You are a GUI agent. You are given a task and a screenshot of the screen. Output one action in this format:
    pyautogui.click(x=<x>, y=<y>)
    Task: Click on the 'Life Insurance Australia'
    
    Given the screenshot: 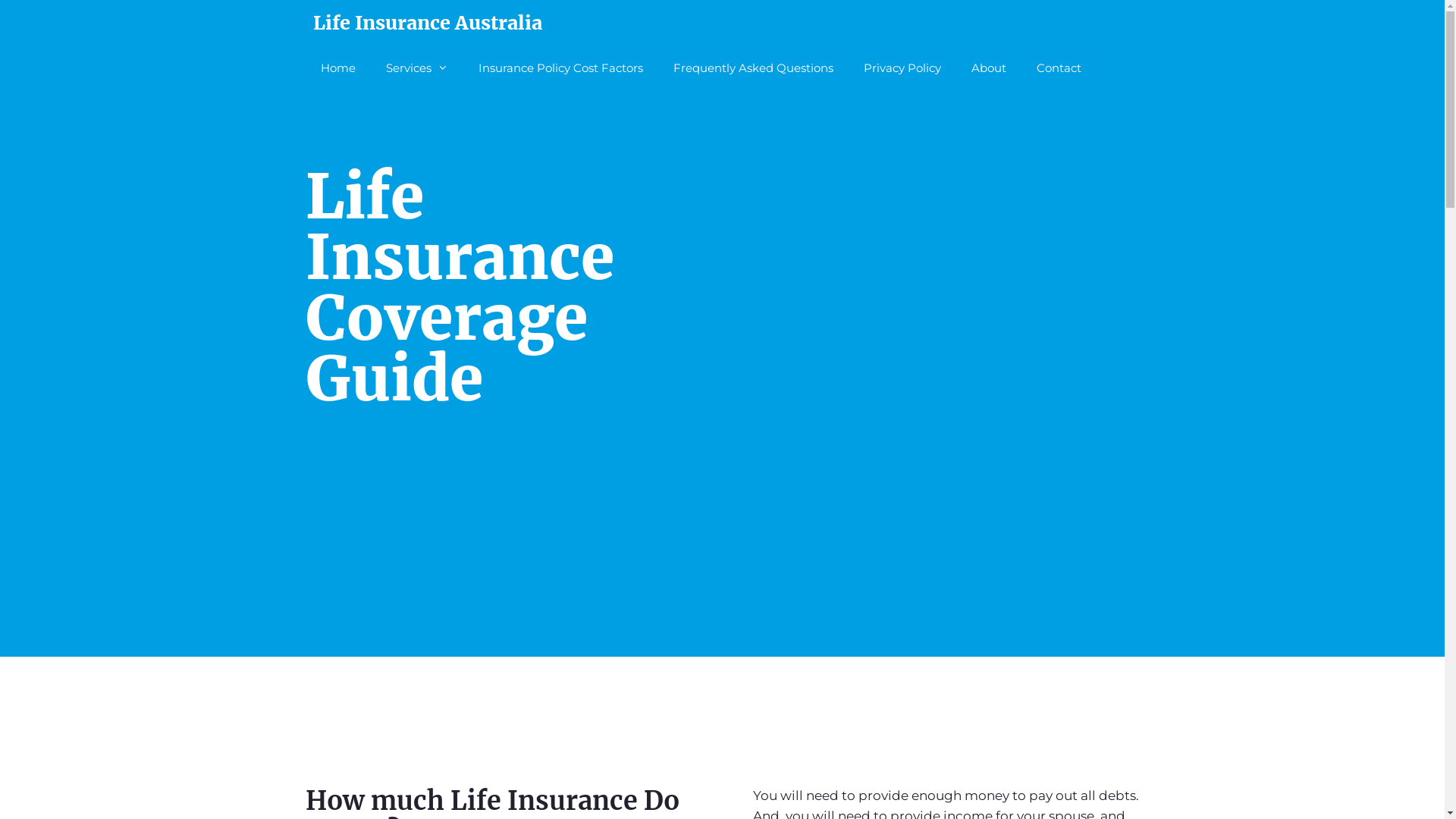 What is the action you would take?
    pyautogui.click(x=425, y=23)
    